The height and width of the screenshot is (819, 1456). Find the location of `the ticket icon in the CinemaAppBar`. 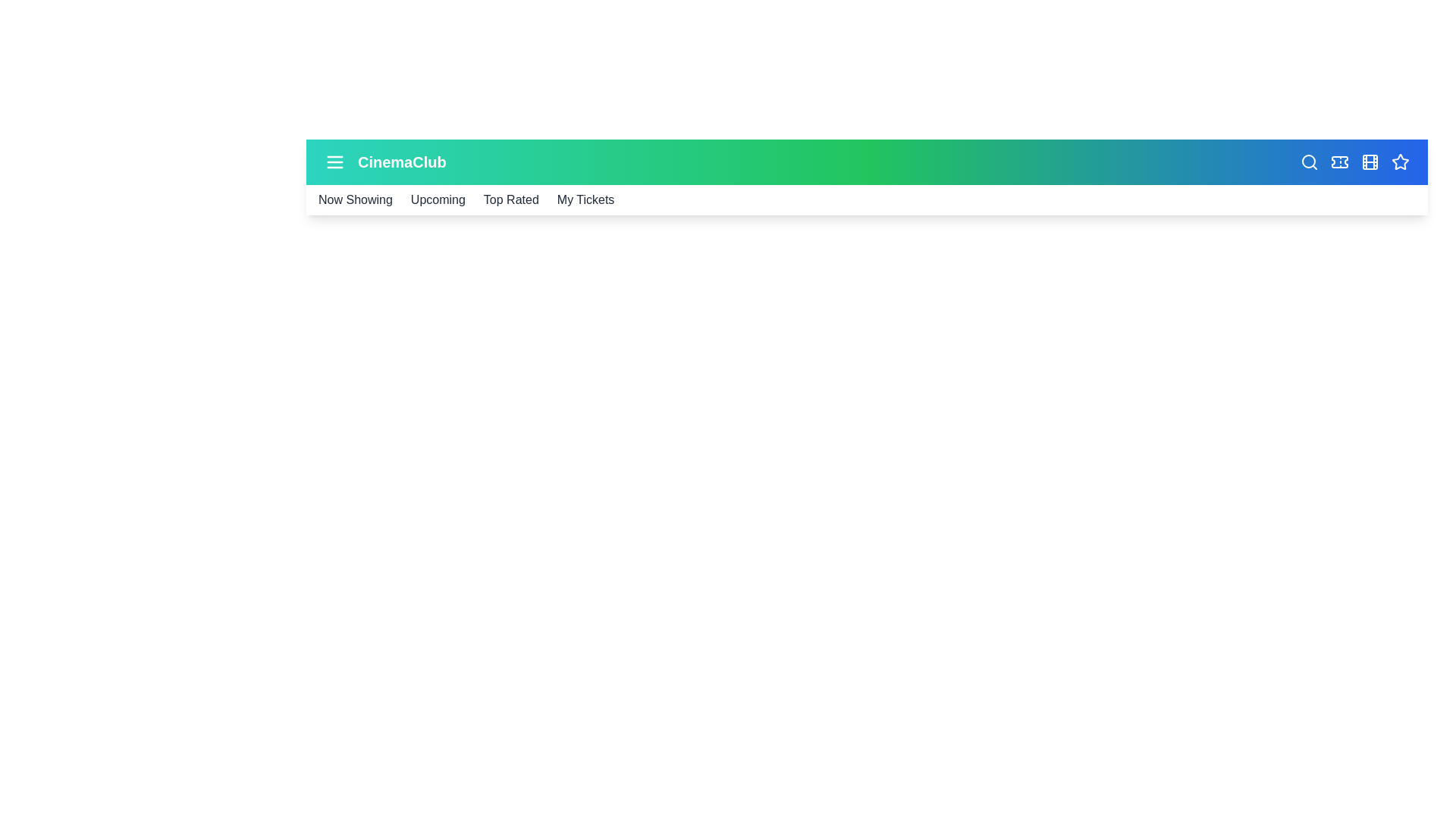

the ticket icon in the CinemaAppBar is located at coordinates (1339, 162).